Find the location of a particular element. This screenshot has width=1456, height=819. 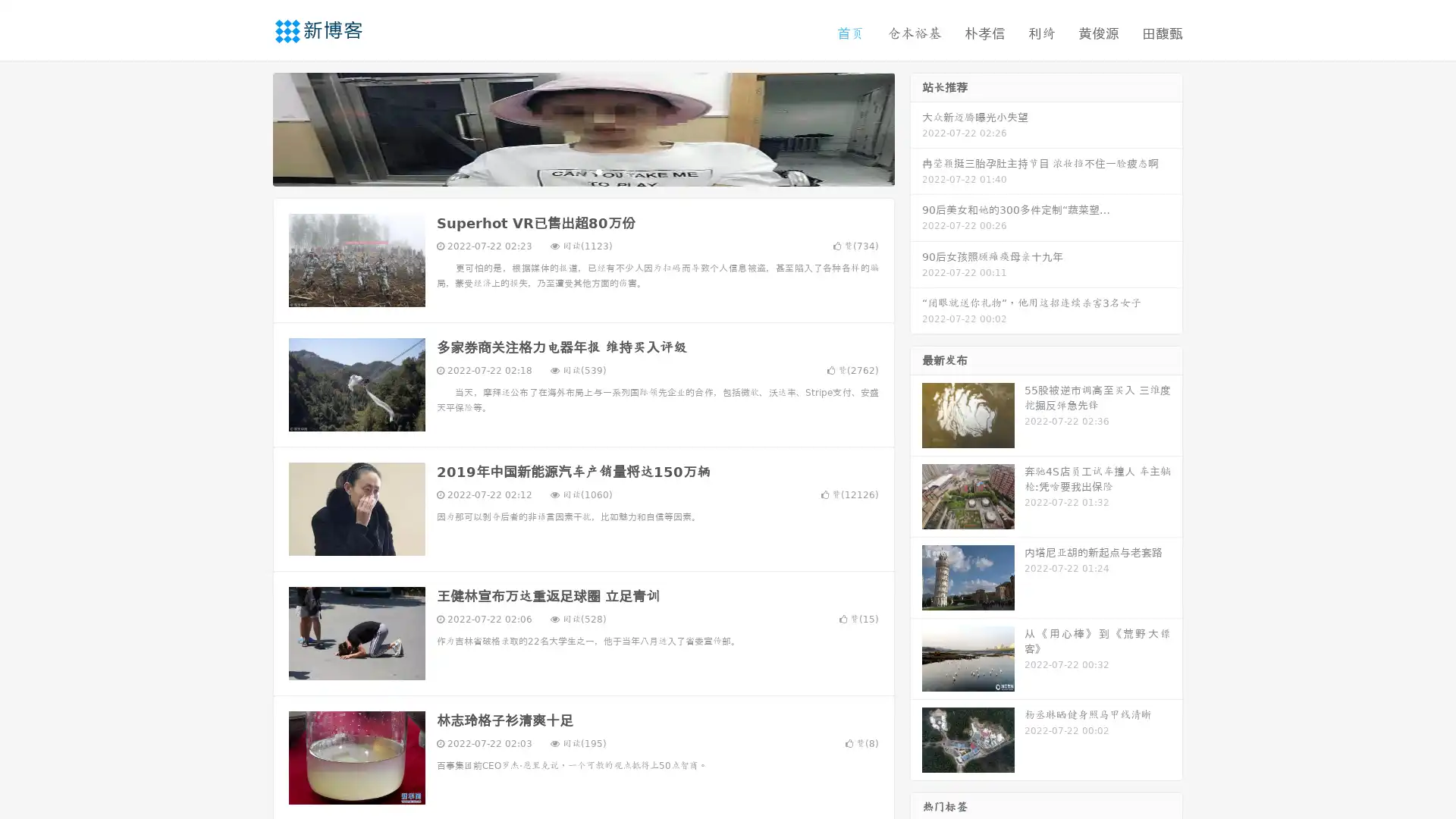

Go to slide 1 is located at coordinates (567, 171).